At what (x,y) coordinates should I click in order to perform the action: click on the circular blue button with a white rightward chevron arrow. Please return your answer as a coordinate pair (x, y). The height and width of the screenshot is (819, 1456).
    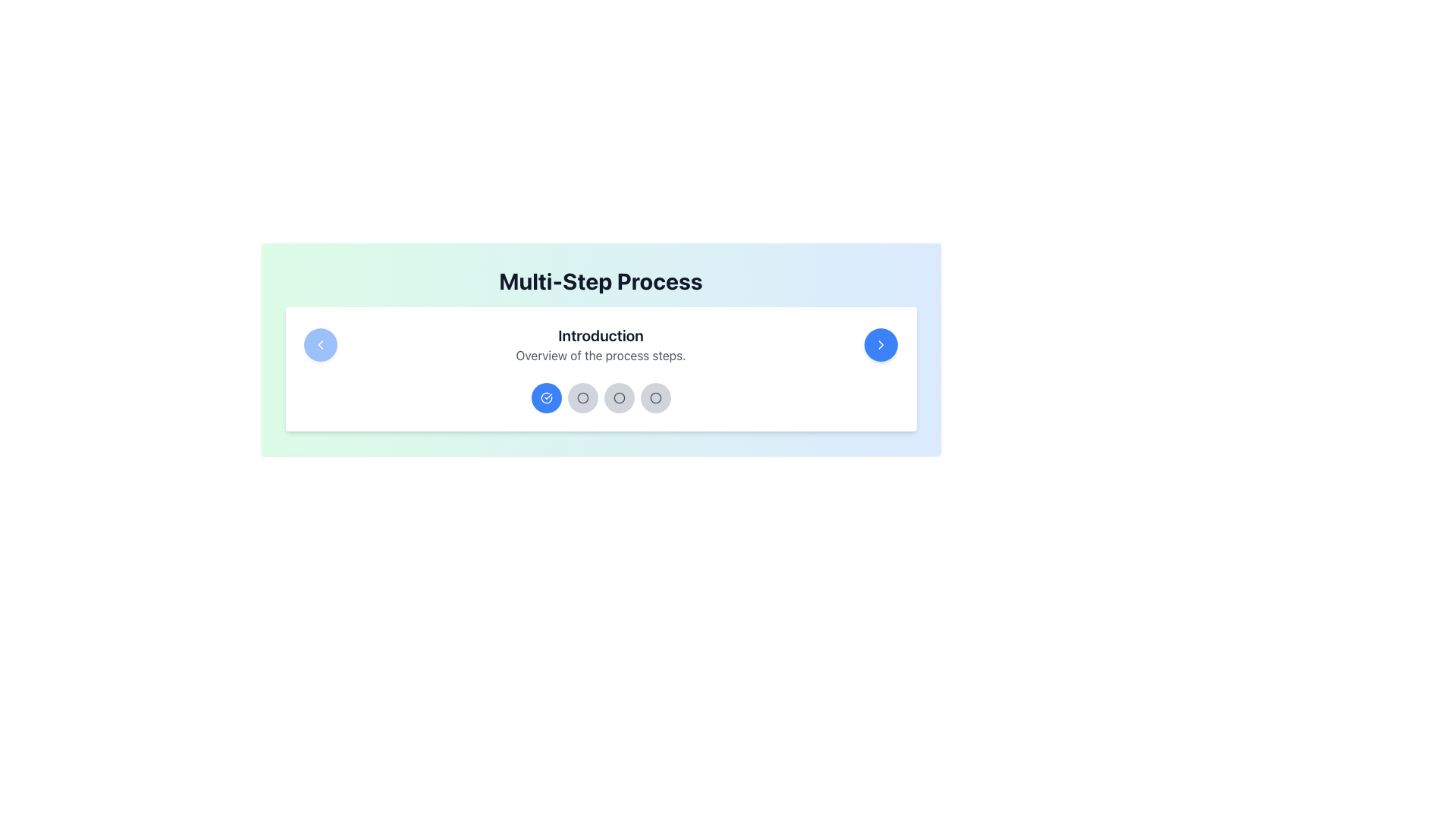
    Looking at the image, I should click on (881, 345).